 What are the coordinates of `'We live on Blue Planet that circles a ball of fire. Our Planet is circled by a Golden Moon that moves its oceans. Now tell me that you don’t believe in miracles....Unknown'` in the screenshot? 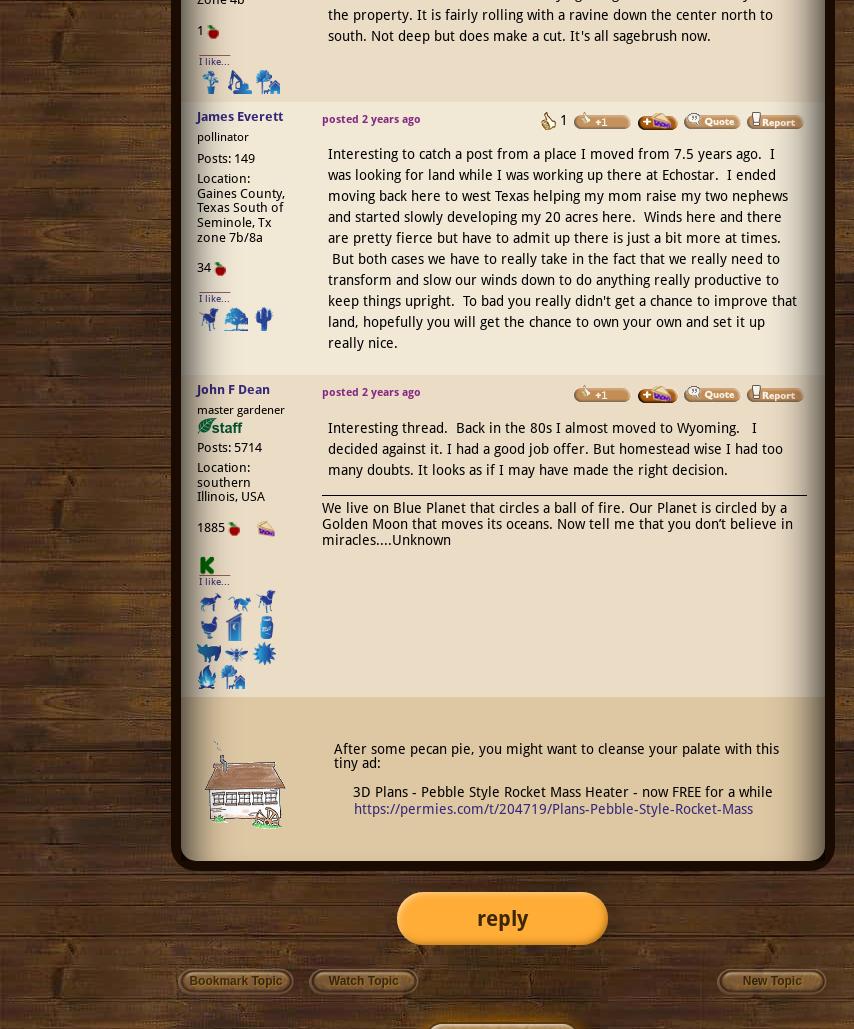 It's located at (320, 522).